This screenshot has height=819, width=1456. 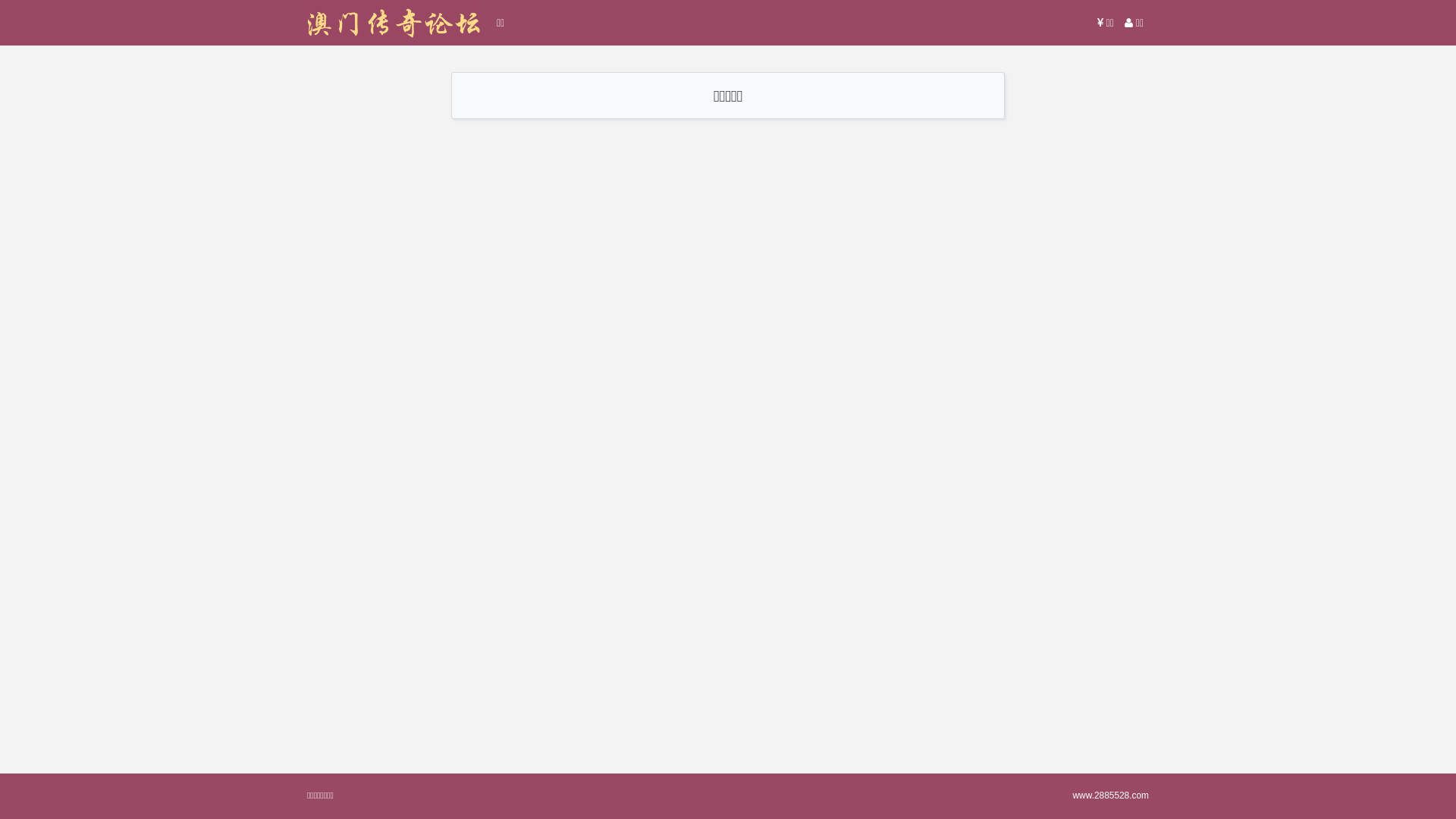 I want to click on 'www.2885528.com', so click(x=1110, y=795).